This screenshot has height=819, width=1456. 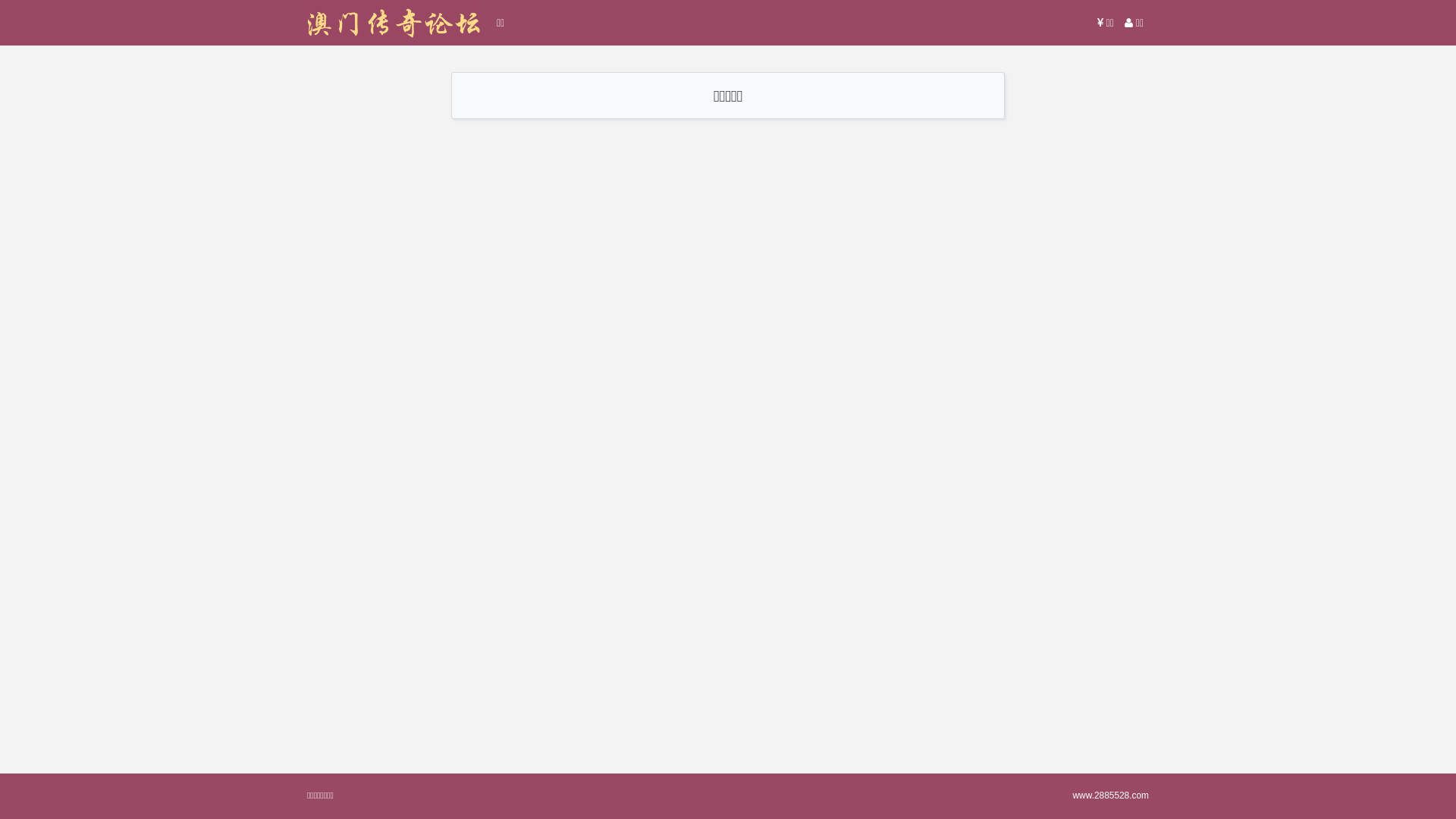 I want to click on 'www.2885528.com', so click(x=1110, y=795).